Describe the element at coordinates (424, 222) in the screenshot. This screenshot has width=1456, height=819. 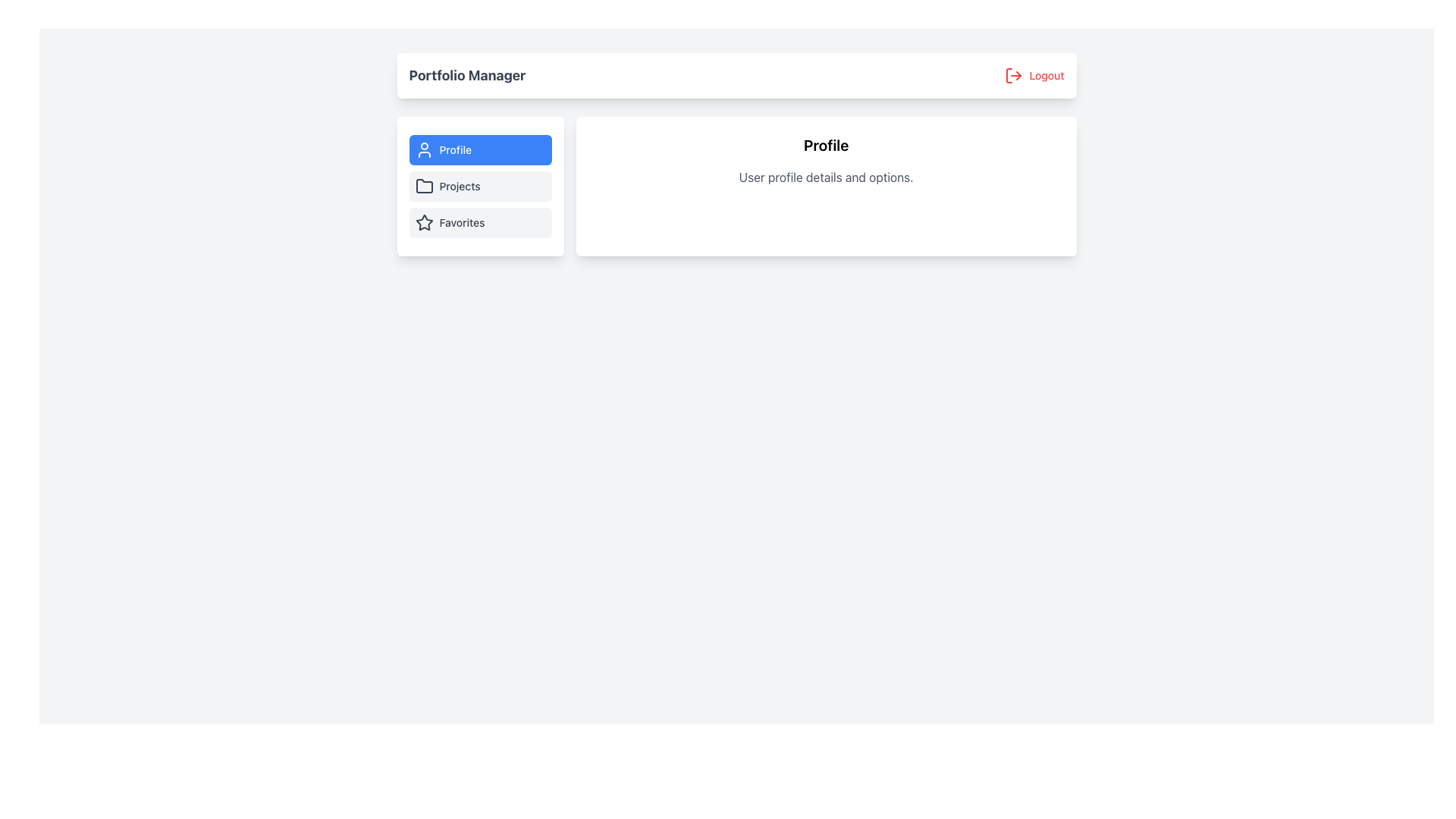
I see `the star-shaped icon that serves as the graphical identifier for the 'Favorites' menu item, located to the left of the 'Favorites' text label` at that location.